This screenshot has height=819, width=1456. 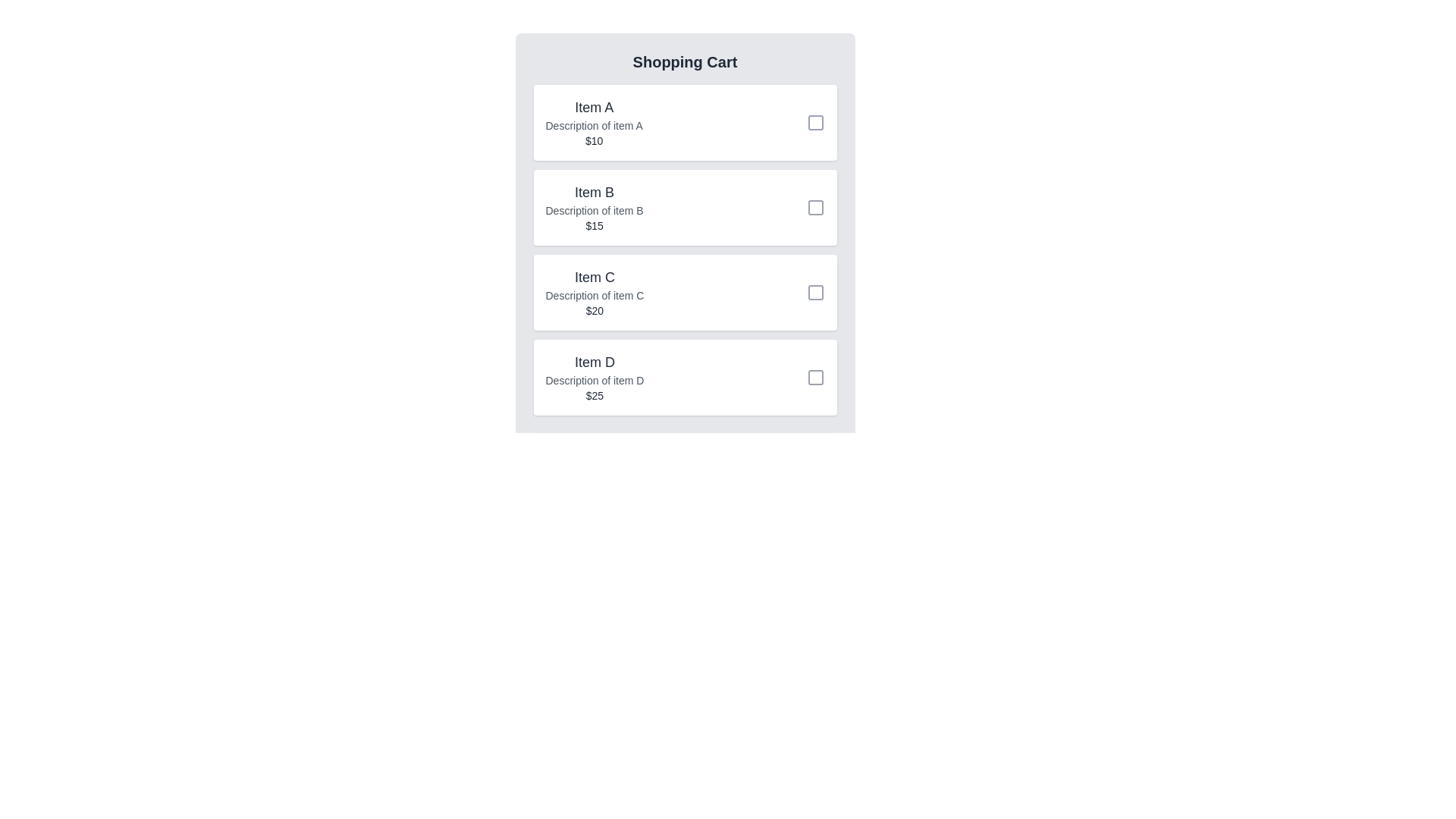 I want to click on the action button located to the far right of the row associated with 'Item D', which is near the text '$25', so click(x=814, y=376).